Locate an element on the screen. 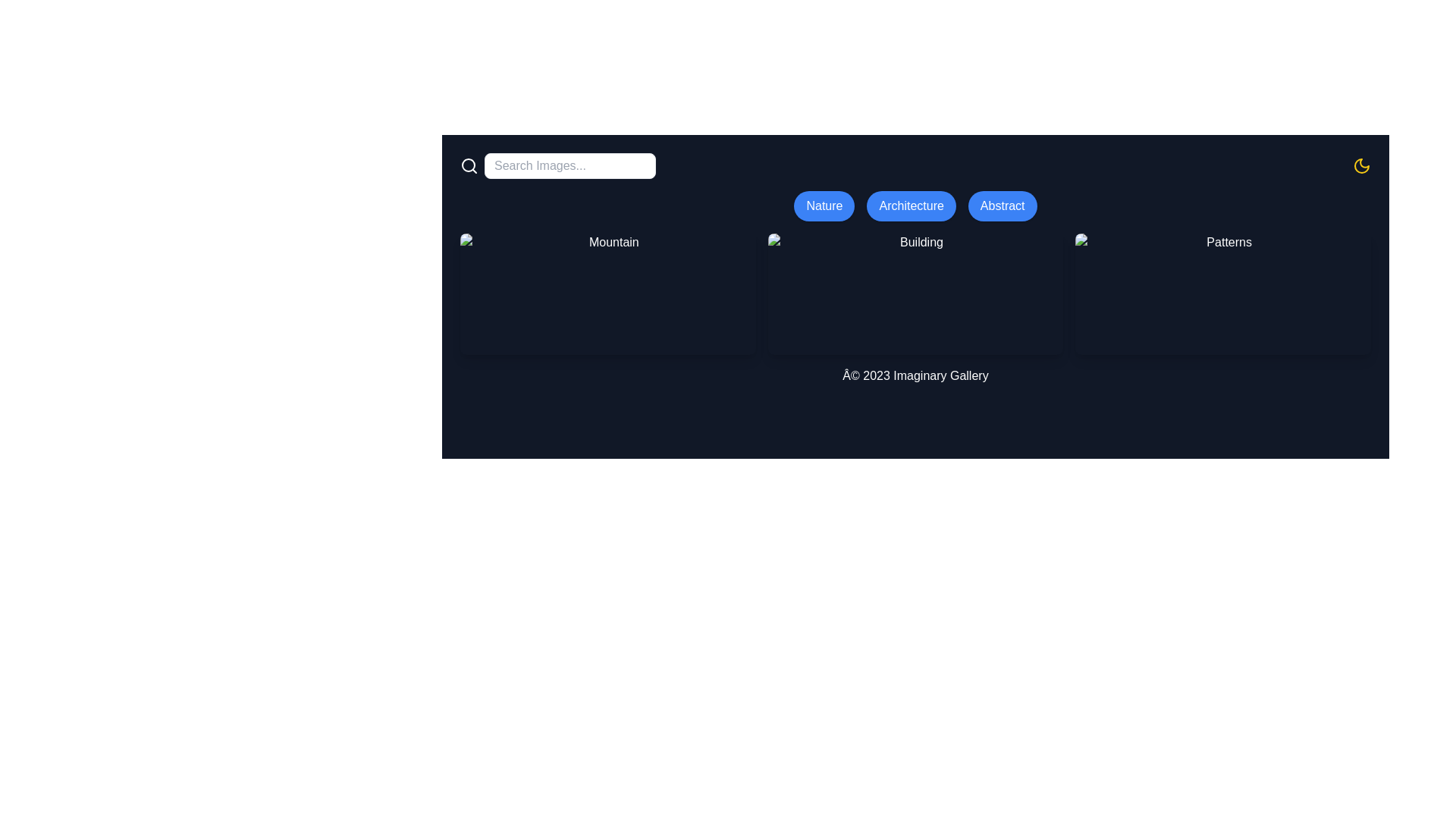 This screenshot has width=1456, height=819. the image placeholder labeled 'Mountain' which is the first element in the grid layout is located at coordinates (607, 294).